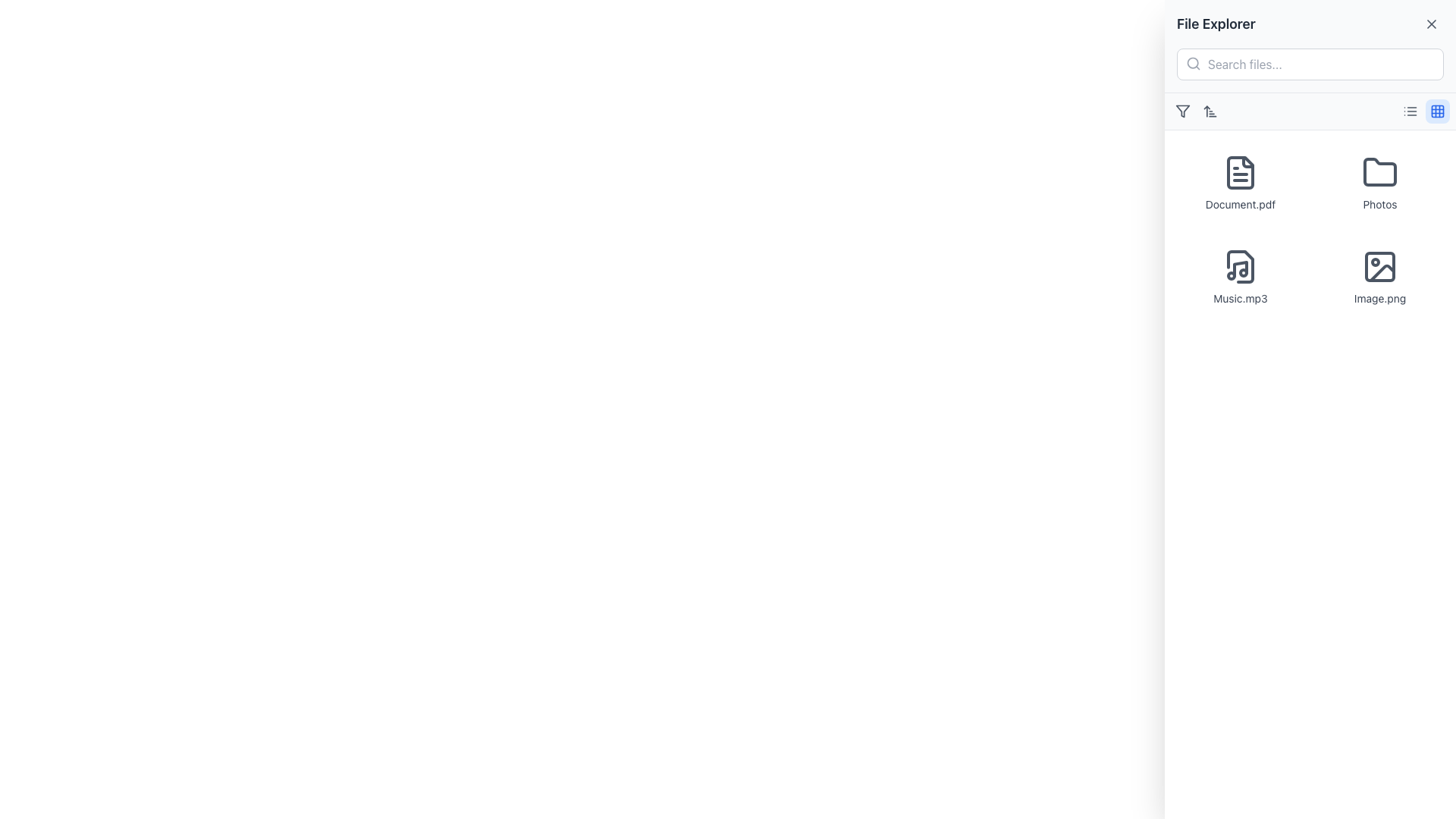 The width and height of the screenshot is (1456, 819). I want to click on the text label that identifies the file named 'Music.mp3' within the file explorer context, located in the second row and first column of the grid layout, so click(1241, 298).